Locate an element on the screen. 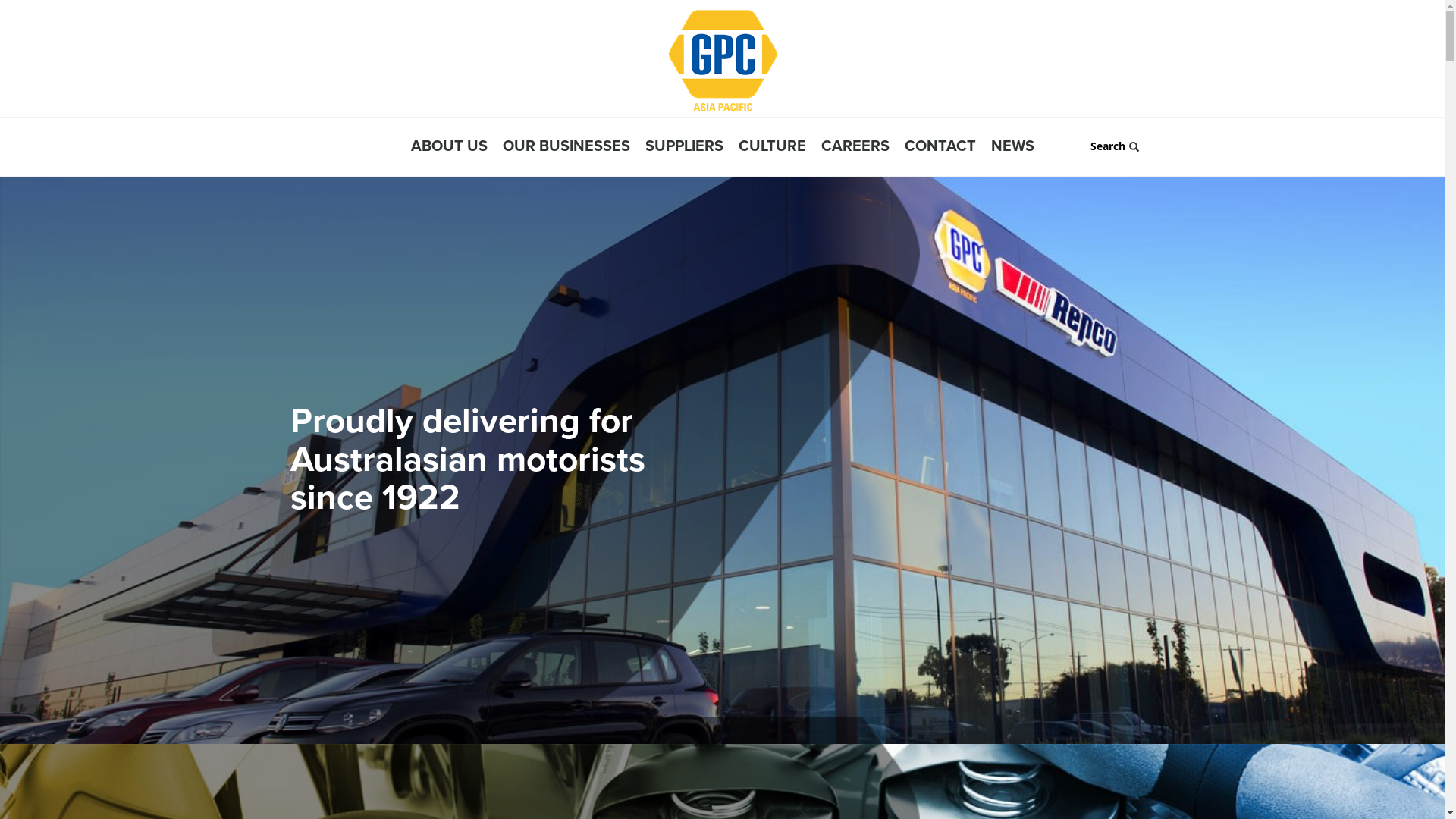 The height and width of the screenshot is (819, 1456). 'CAREERS' is located at coordinates (862, 148).